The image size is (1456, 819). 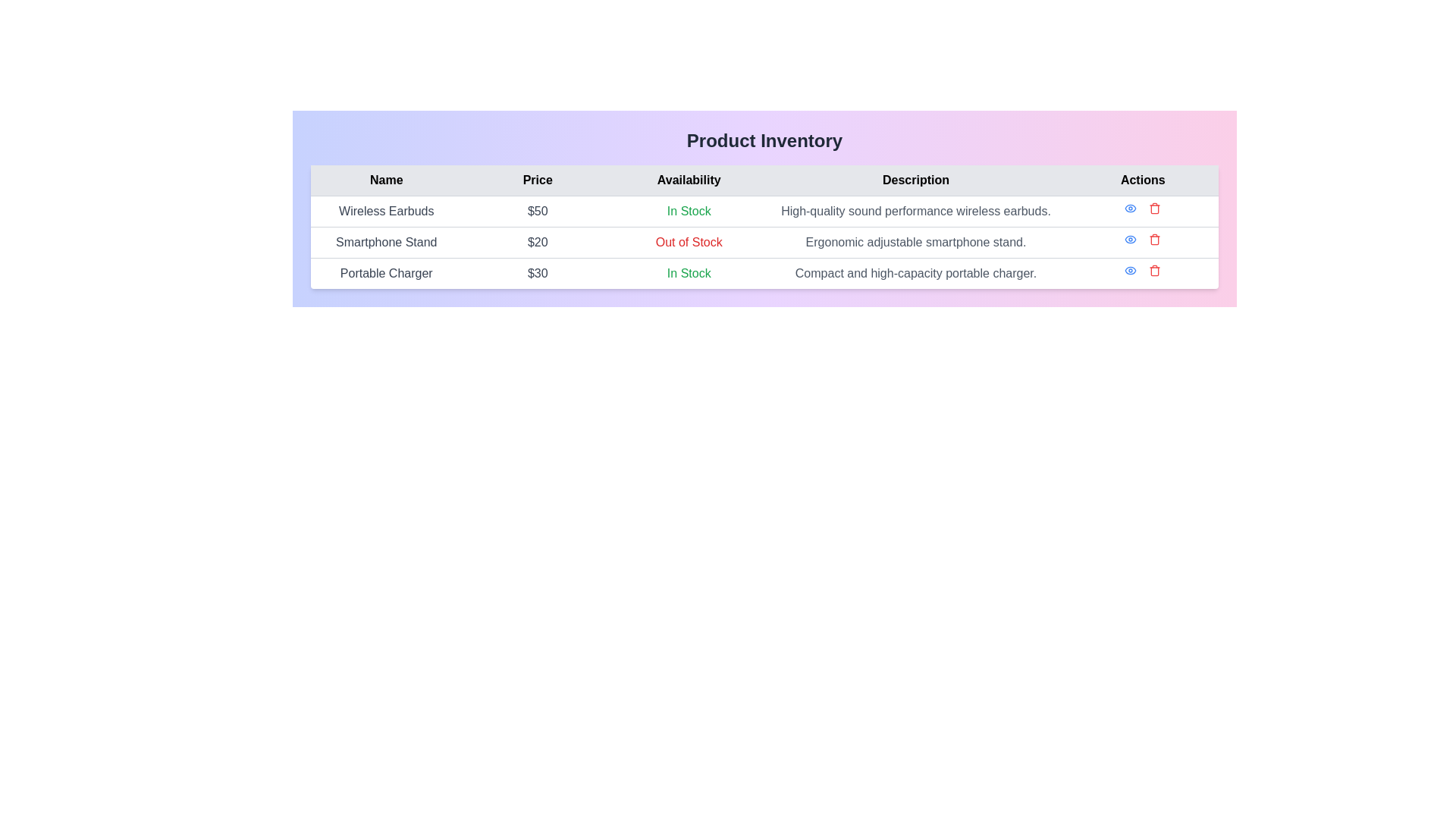 I want to click on the 'Out of Stock' text label in the 'Availability' column of the second row for the item 'Smartphone Stand', so click(x=688, y=241).